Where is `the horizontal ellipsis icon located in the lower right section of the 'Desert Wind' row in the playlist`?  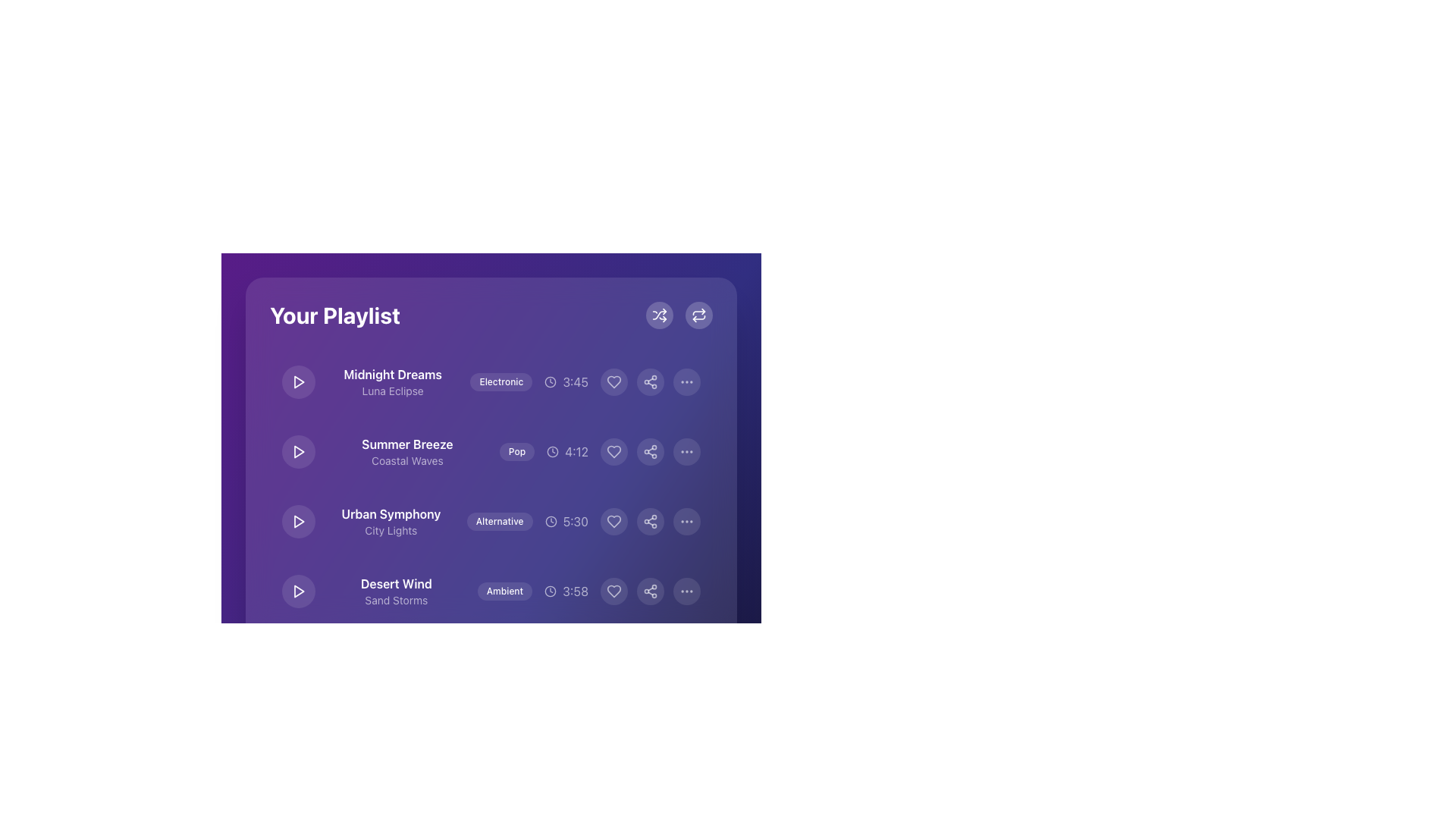 the horizontal ellipsis icon located in the lower right section of the 'Desert Wind' row in the playlist is located at coordinates (686, 590).